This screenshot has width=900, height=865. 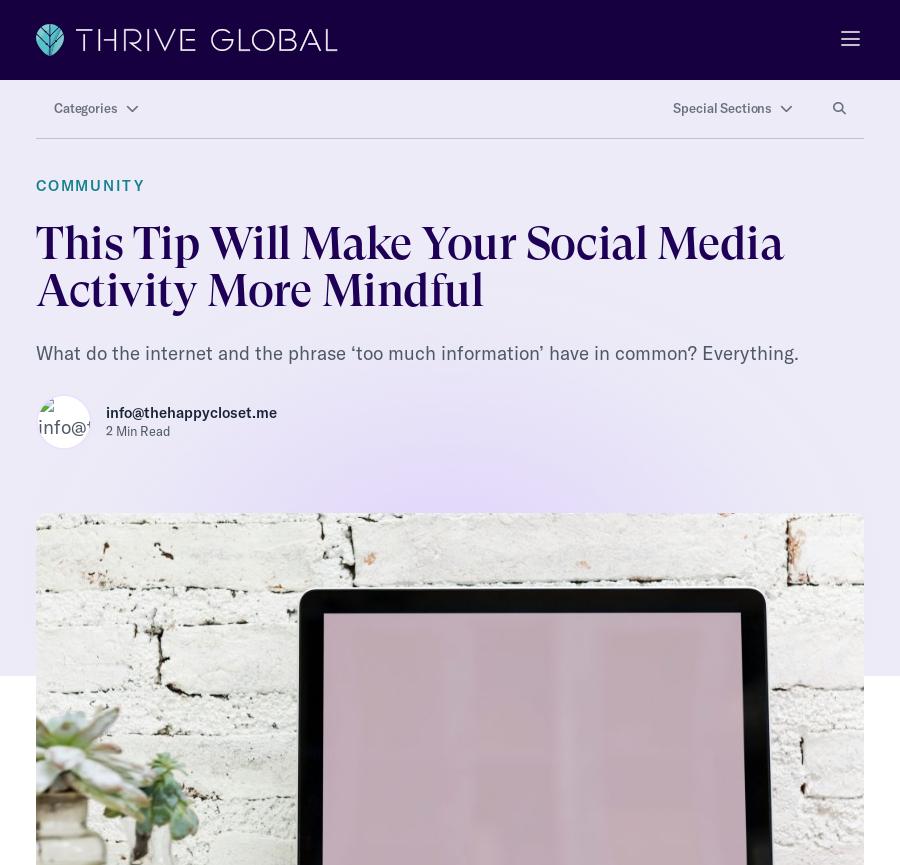 What do you see at coordinates (61, 774) in the screenshot?
I see `'Stories'` at bounding box center [61, 774].